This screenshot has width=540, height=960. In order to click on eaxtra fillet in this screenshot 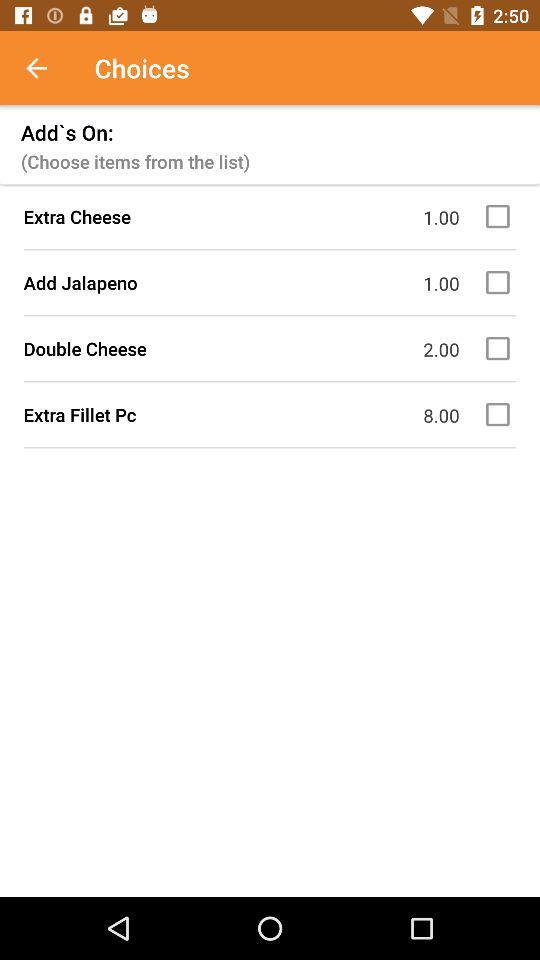, I will do `click(500, 413)`.